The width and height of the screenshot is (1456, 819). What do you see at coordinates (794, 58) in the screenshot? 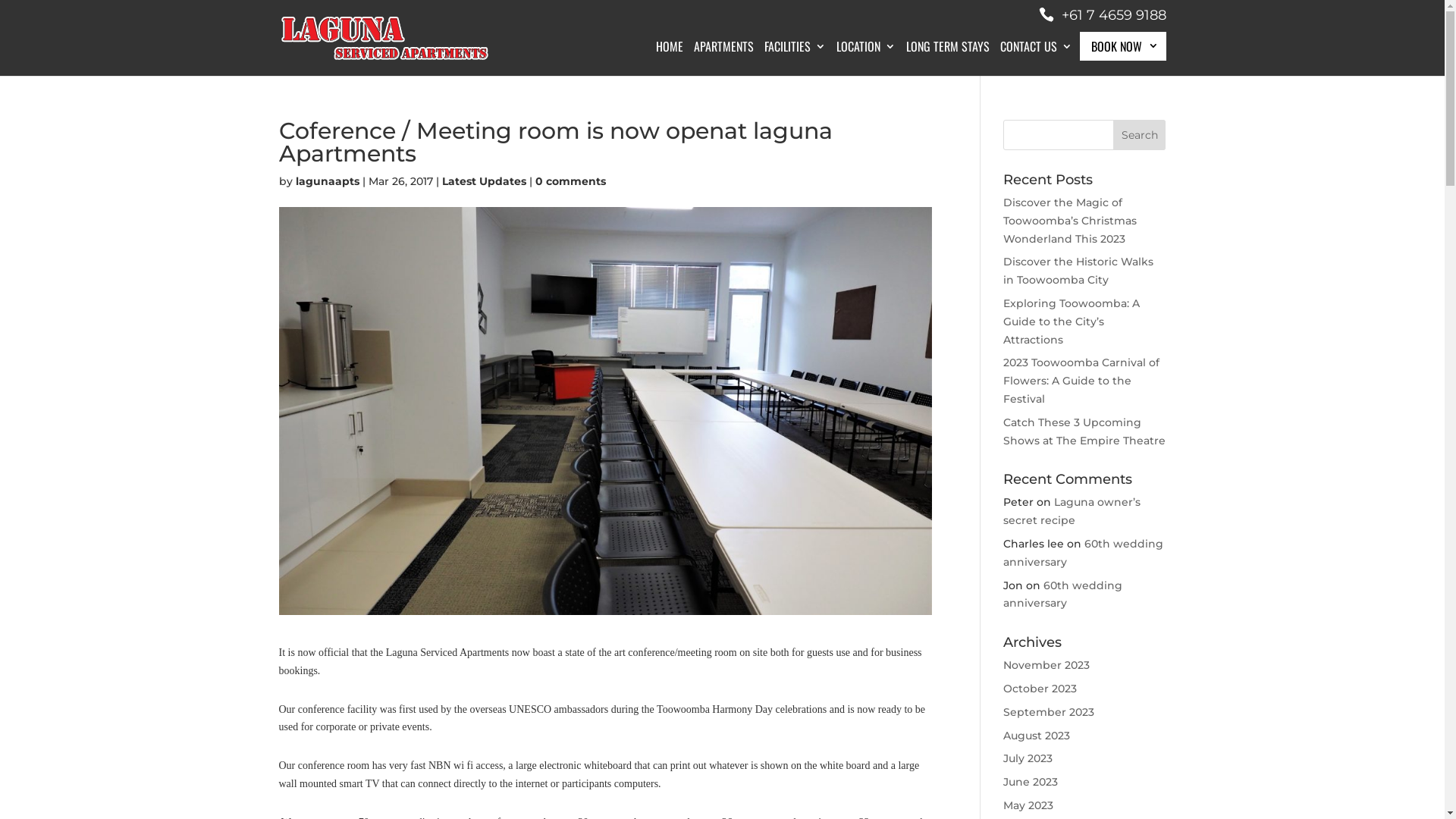
I see `'FACILITIES'` at bounding box center [794, 58].